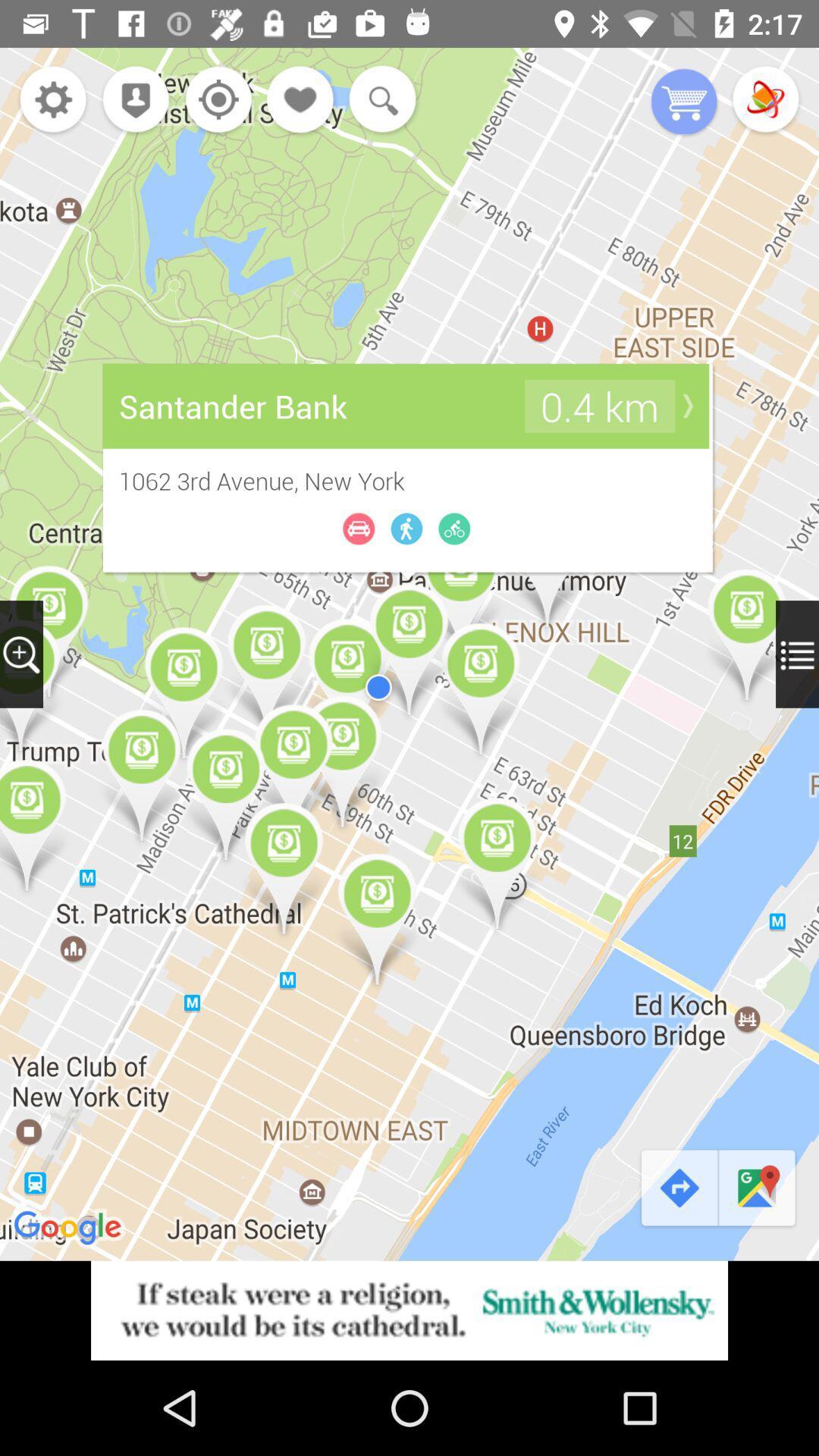  Describe the element at coordinates (130, 100) in the screenshot. I see `show profile` at that location.